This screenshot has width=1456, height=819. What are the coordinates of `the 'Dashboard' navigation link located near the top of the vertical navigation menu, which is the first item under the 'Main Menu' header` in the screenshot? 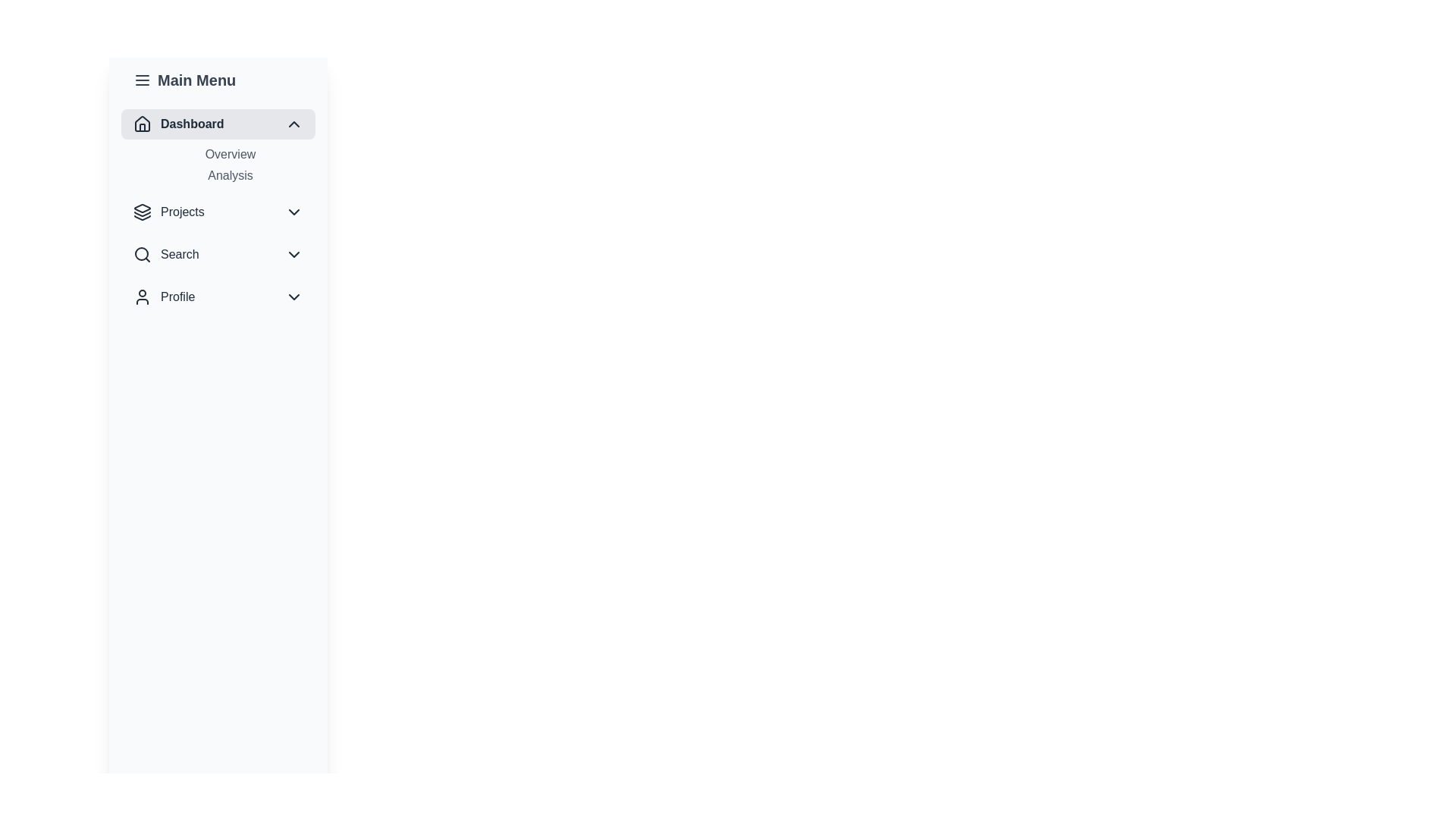 It's located at (178, 124).